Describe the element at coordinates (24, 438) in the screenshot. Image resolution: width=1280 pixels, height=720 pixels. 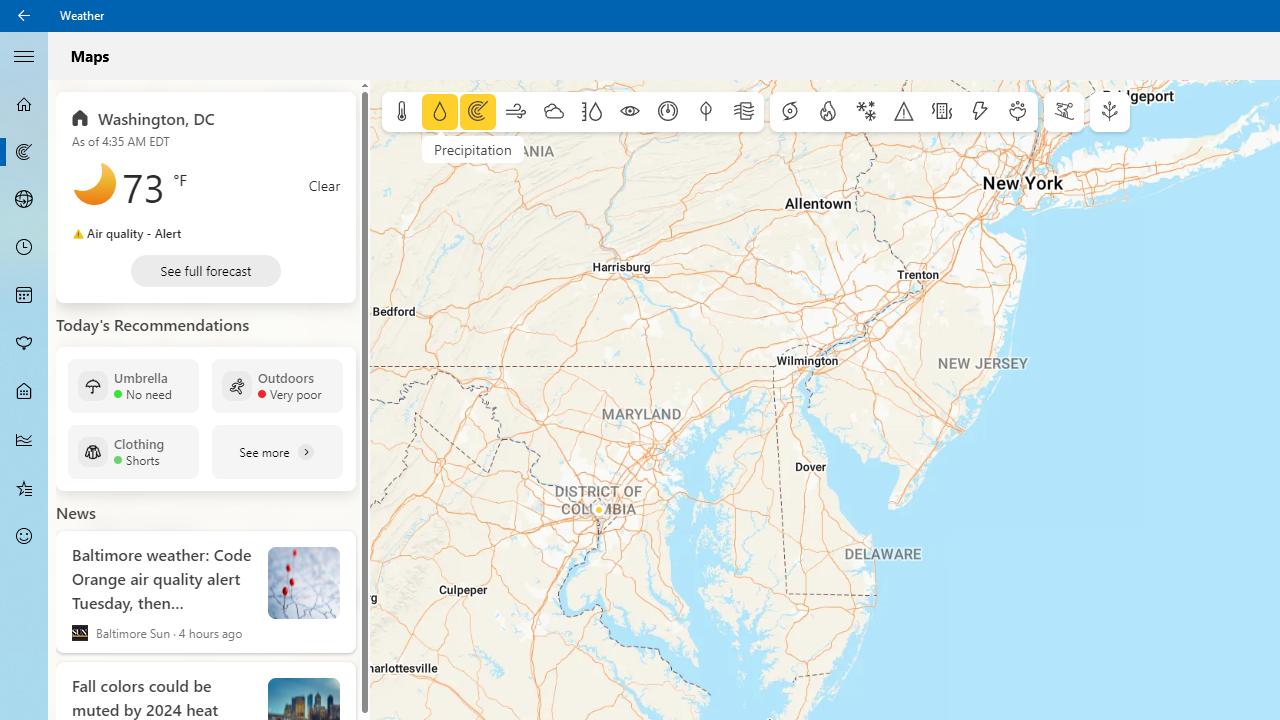
I see `'Historical Weather - Not Selected'` at that location.